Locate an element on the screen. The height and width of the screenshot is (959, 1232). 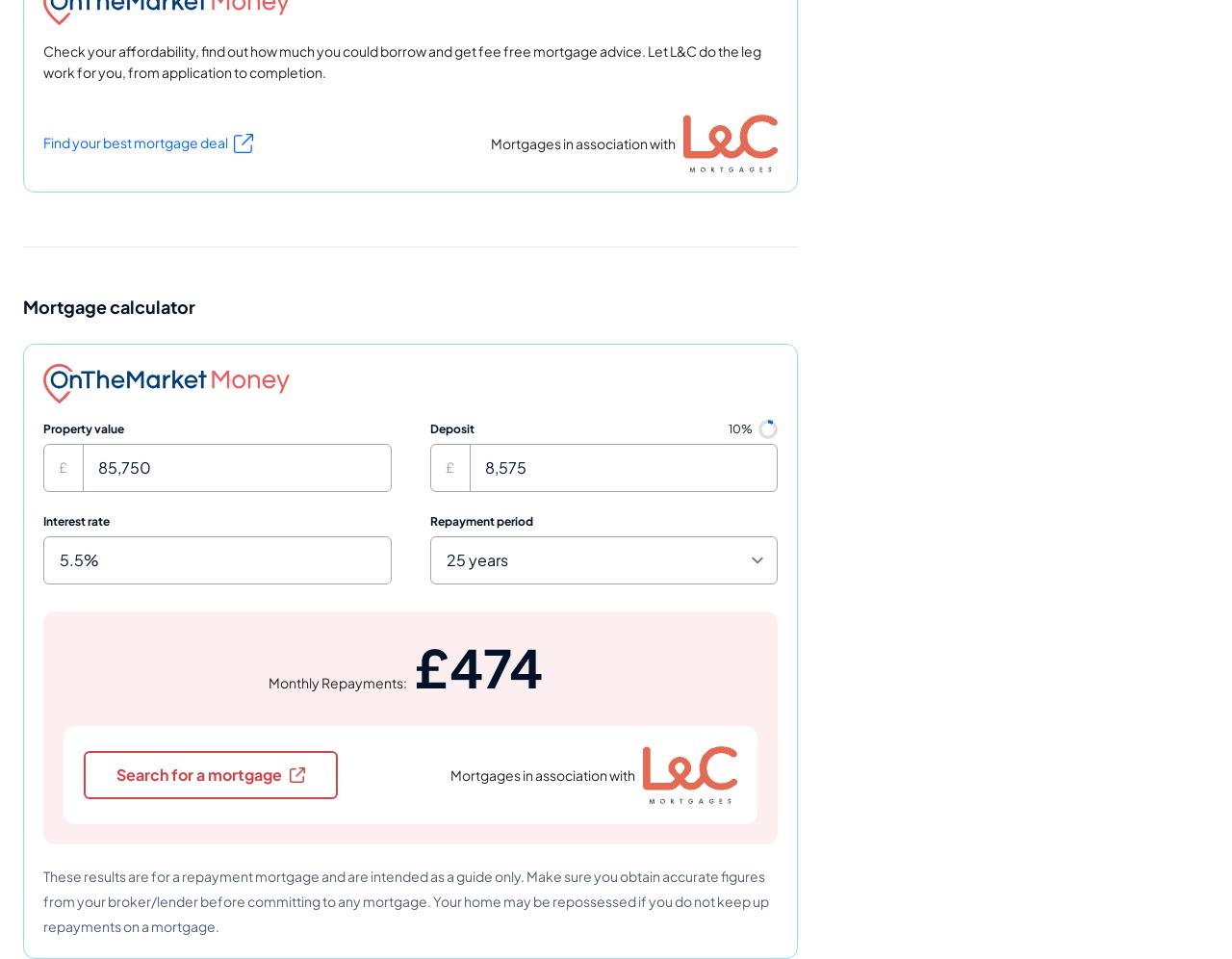
'Monthly Repayments:' is located at coordinates (267, 680).